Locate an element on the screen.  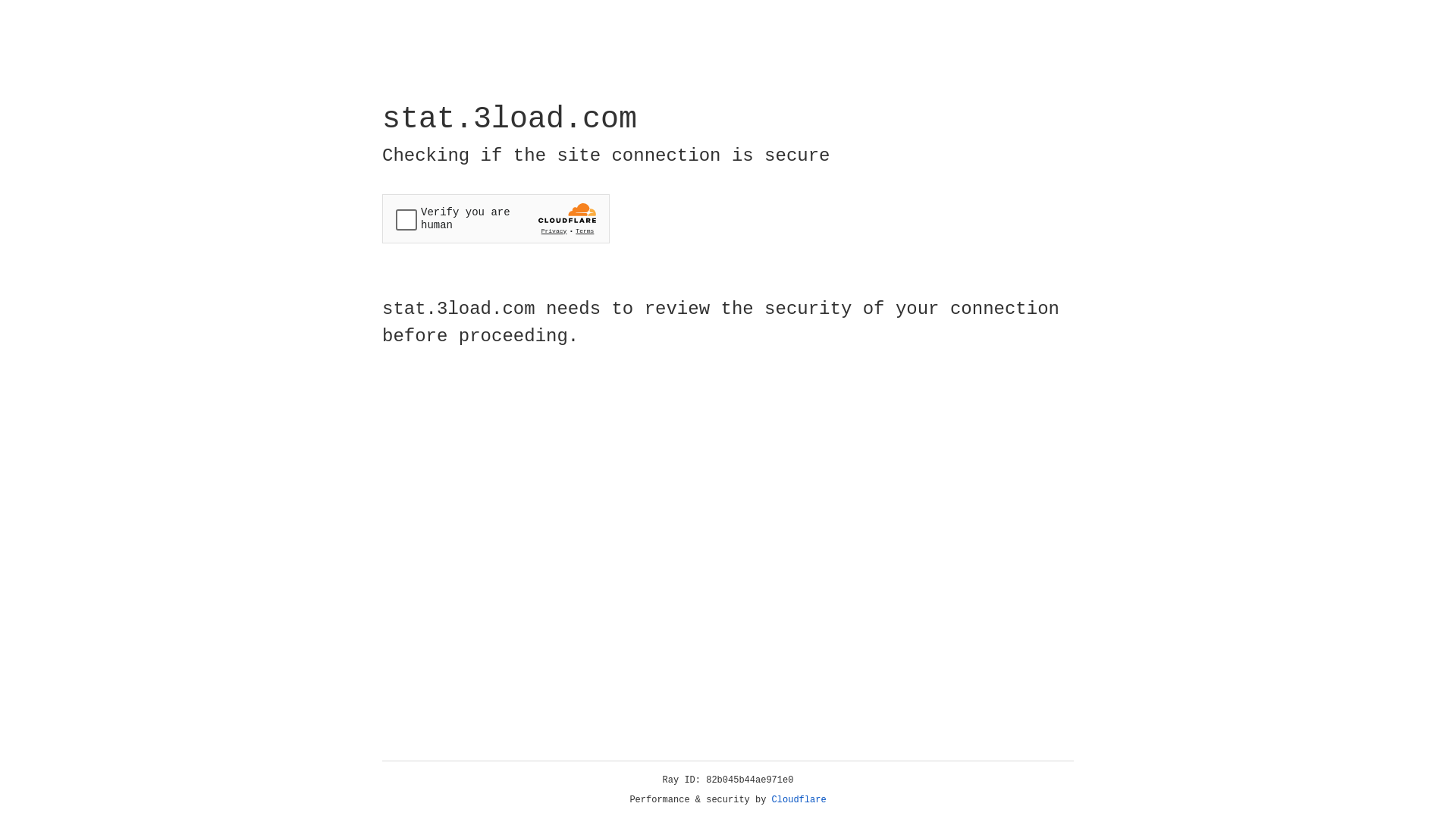
'Cloudflare' is located at coordinates (771, 799).